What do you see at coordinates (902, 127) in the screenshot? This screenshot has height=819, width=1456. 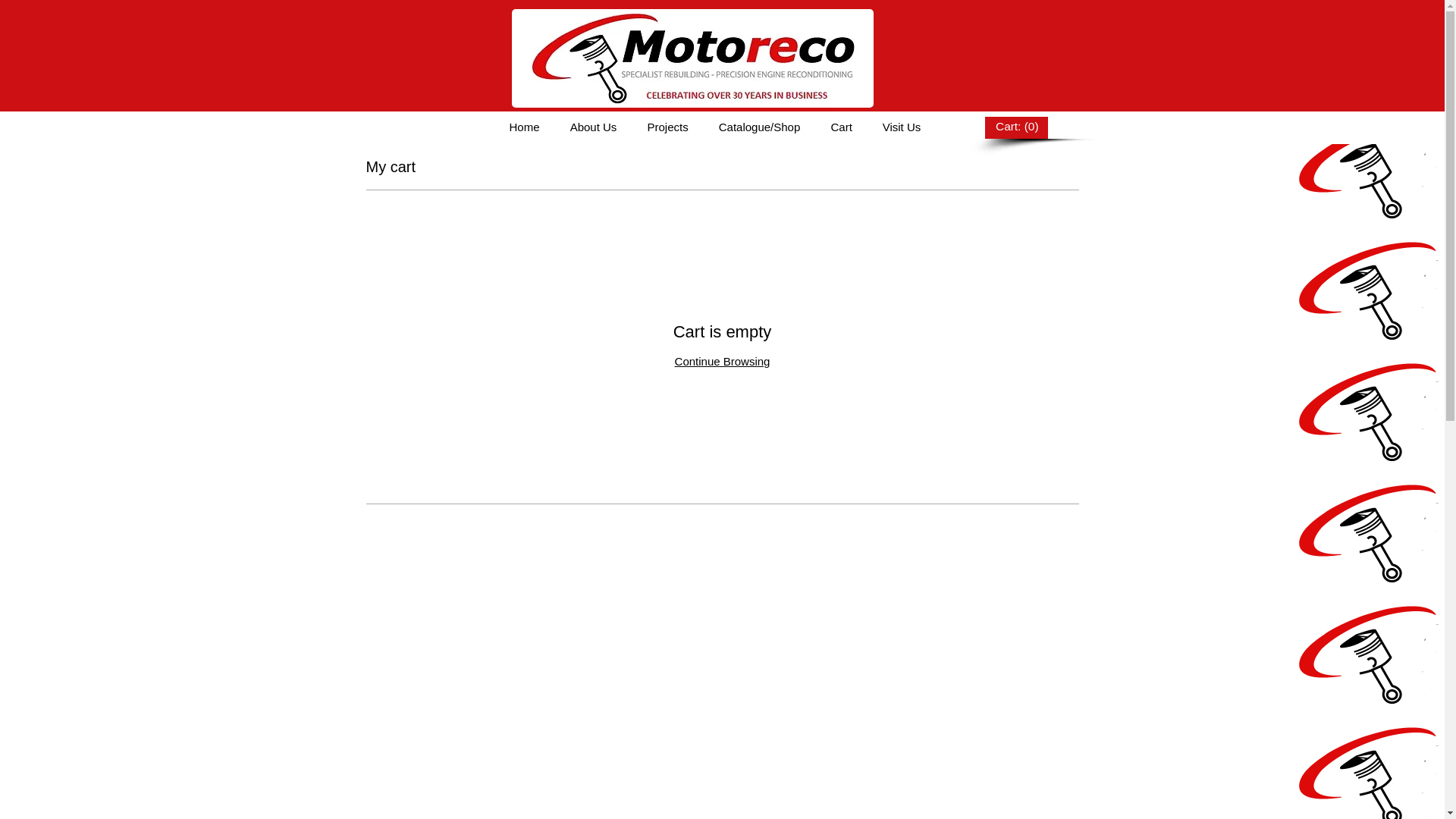 I see `'Visit Us'` at bounding box center [902, 127].